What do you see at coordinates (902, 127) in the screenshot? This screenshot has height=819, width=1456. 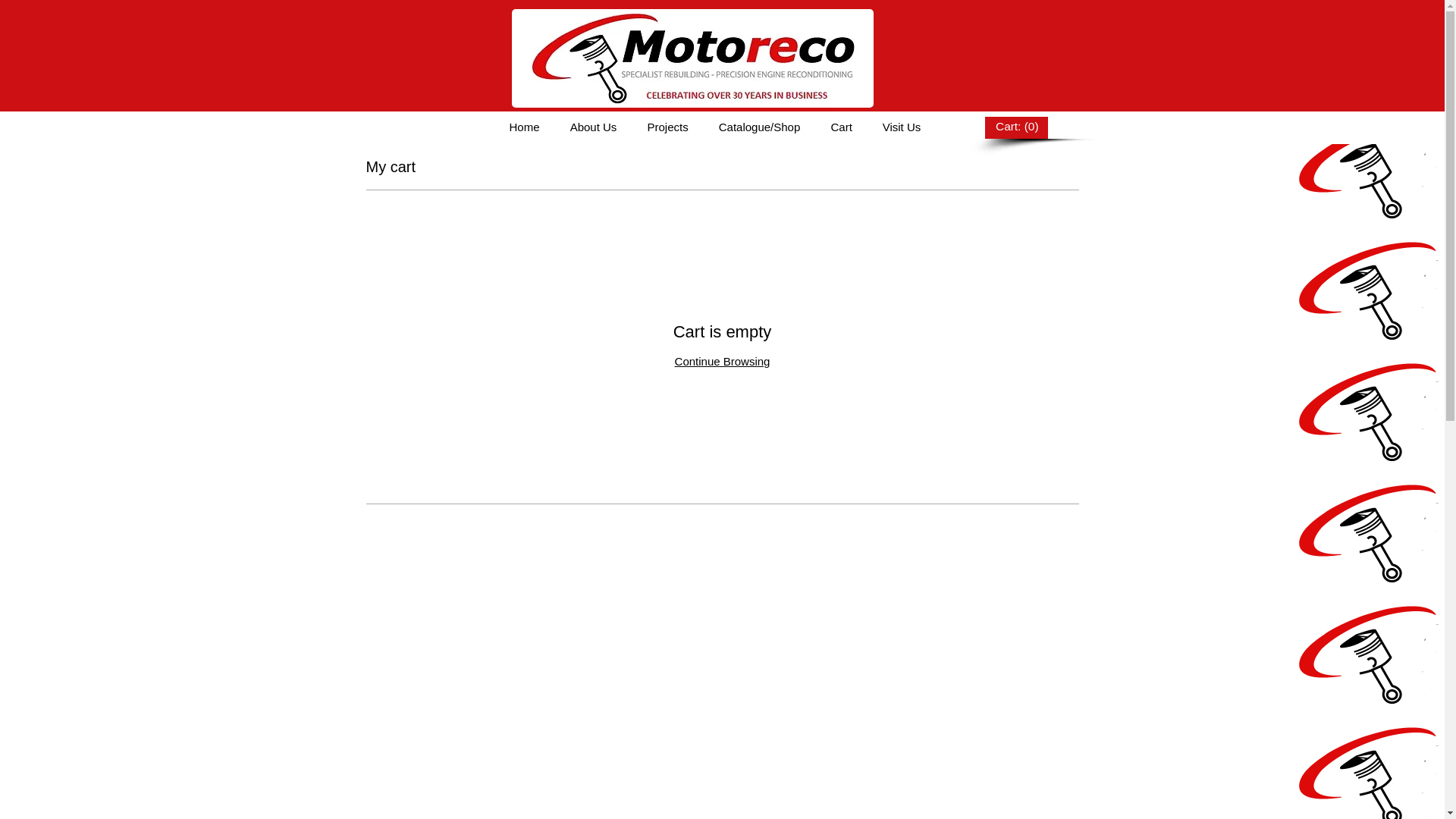 I see `'Visit Us'` at bounding box center [902, 127].